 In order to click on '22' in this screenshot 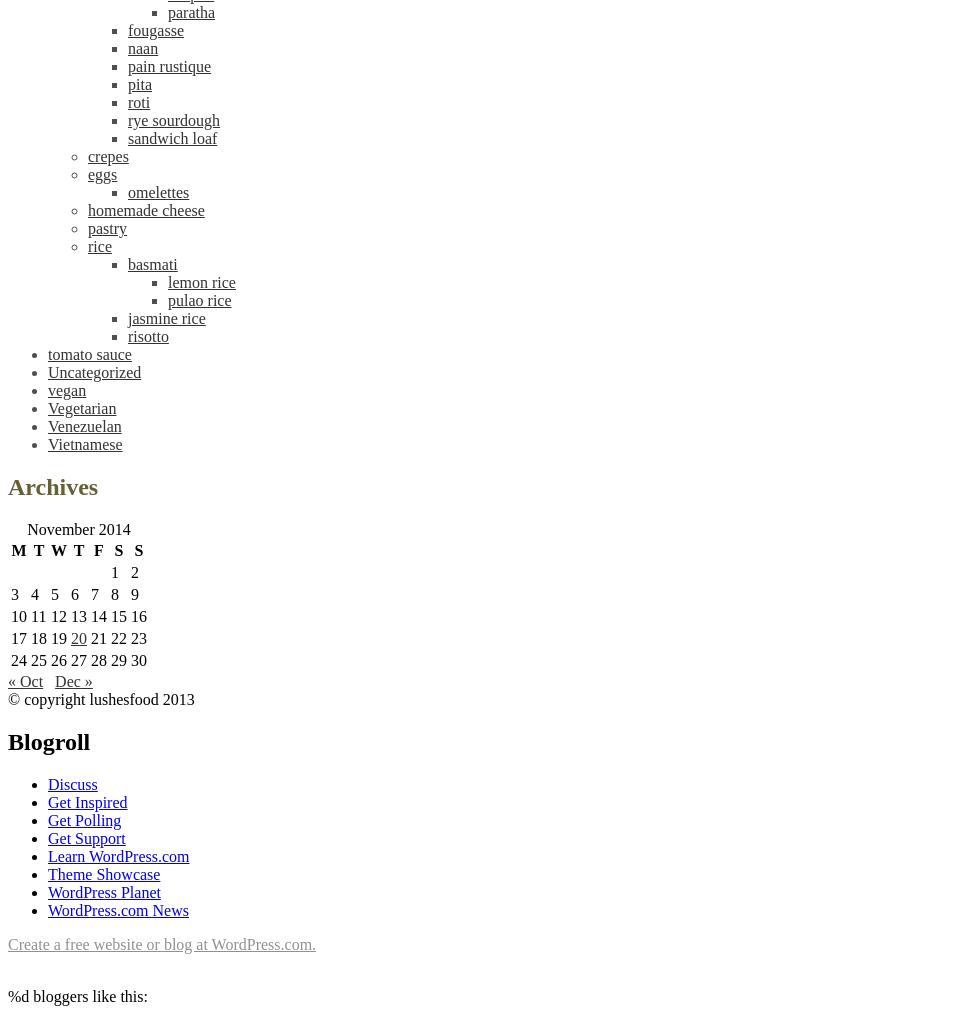, I will do `click(118, 638)`.